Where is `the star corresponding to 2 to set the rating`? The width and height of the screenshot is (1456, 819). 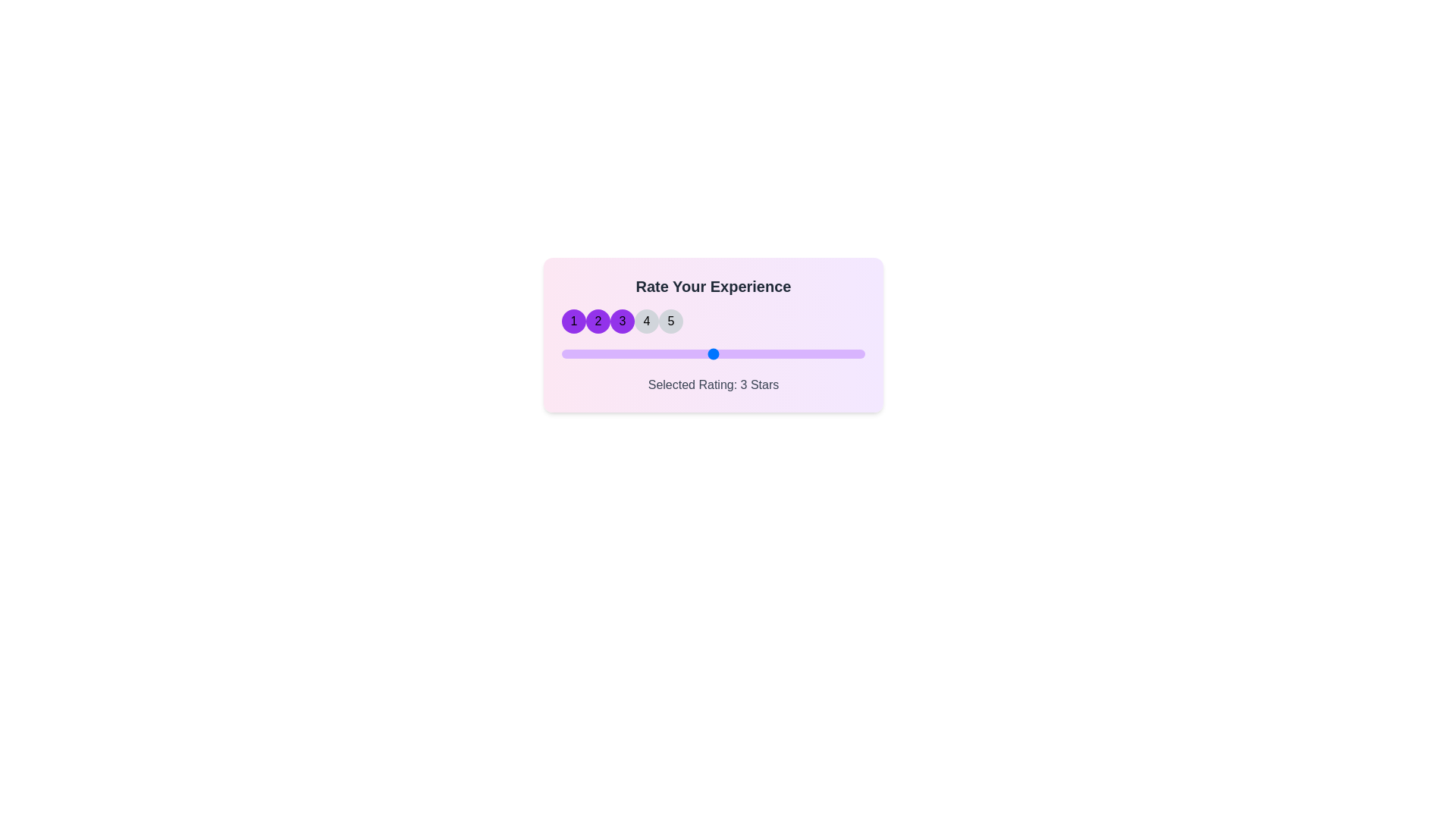 the star corresponding to 2 to set the rating is located at coordinates (597, 321).